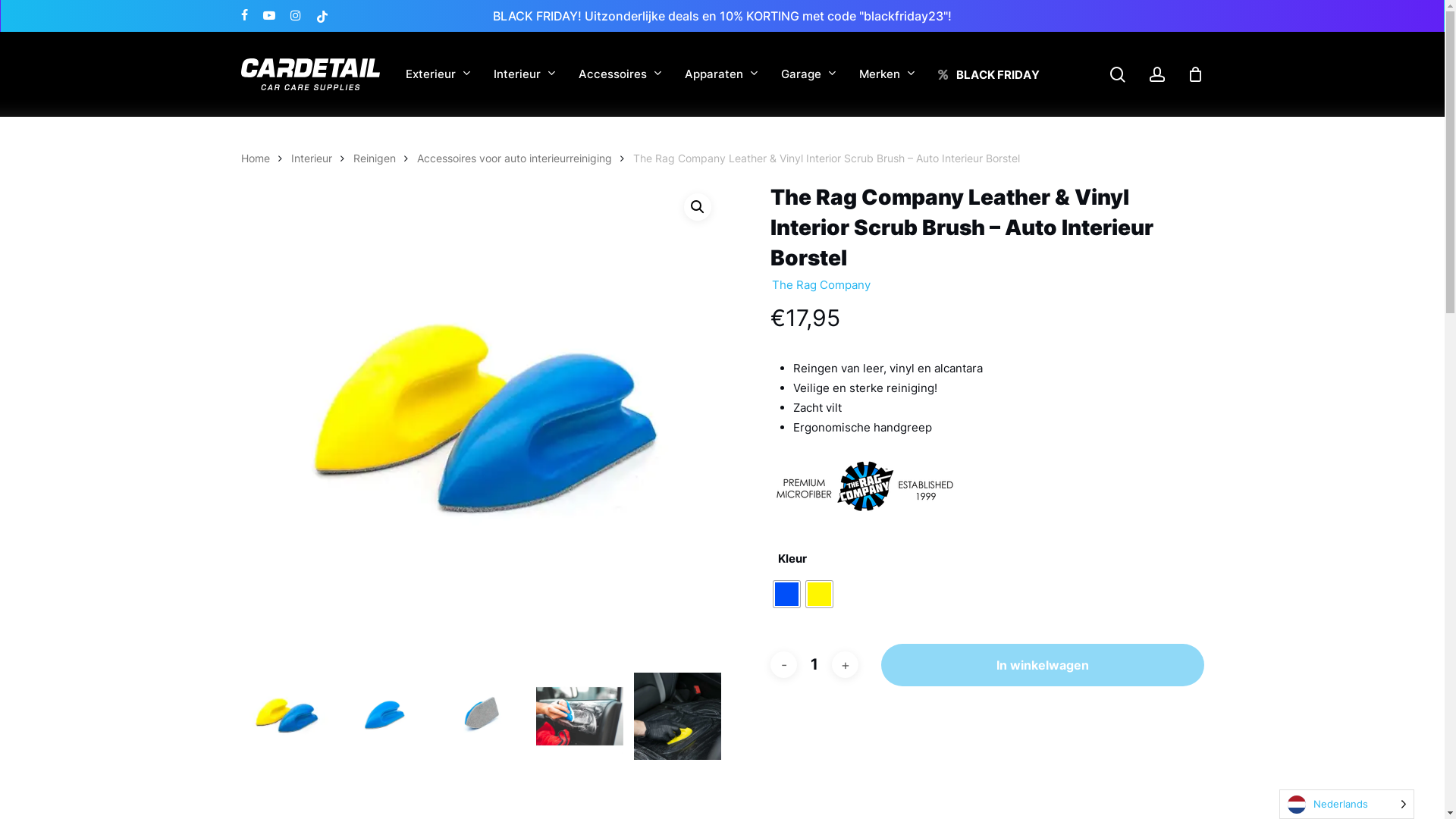 The width and height of the screenshot is (1456, 819). I want to click on 'BLACK FRIDAY', so click(987, 74).